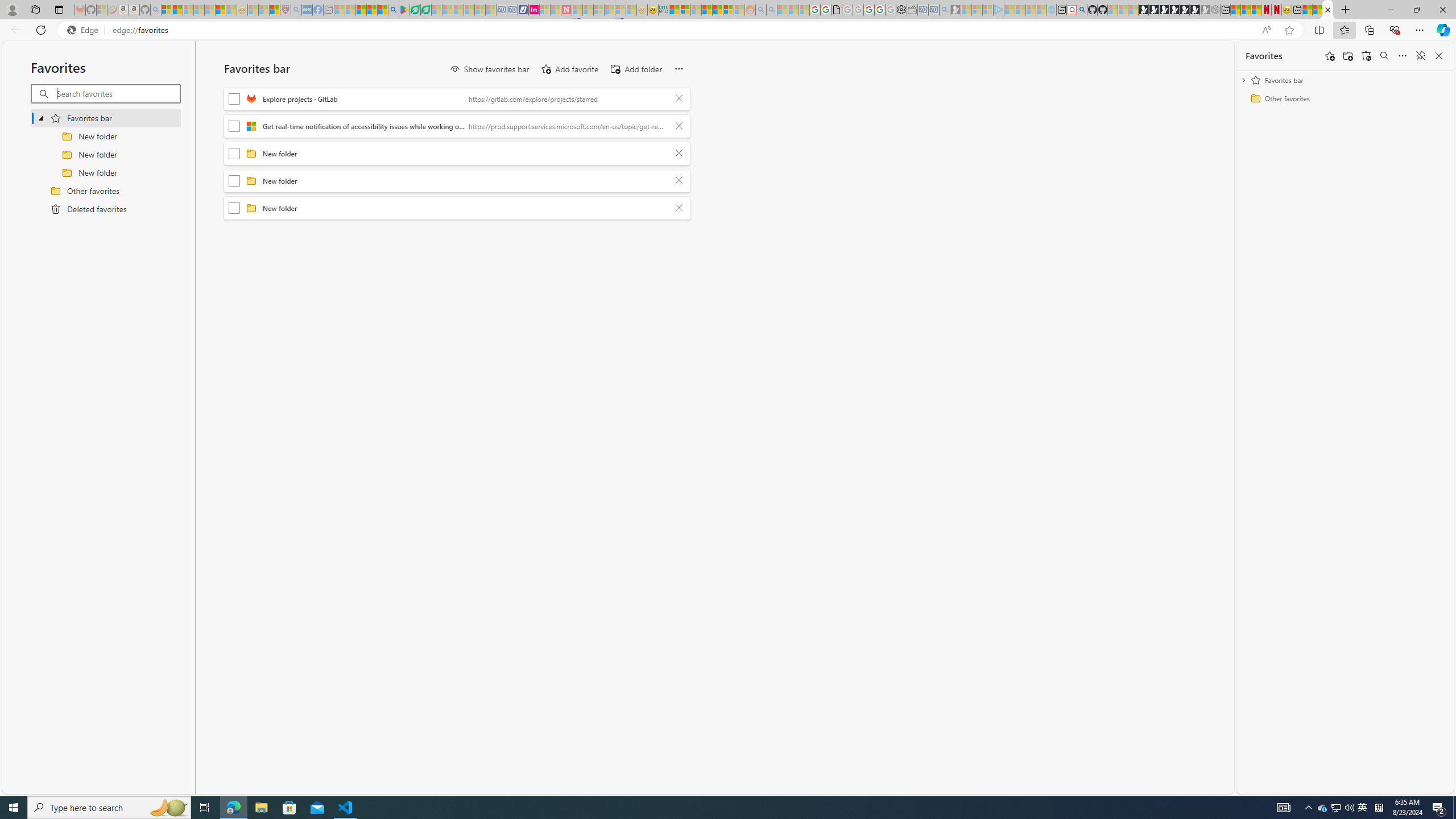  Describe the element at coordinates (1442, 29) in the screenshot. I see `'Copilot (Ctrl+Shift+.)'` at that location.